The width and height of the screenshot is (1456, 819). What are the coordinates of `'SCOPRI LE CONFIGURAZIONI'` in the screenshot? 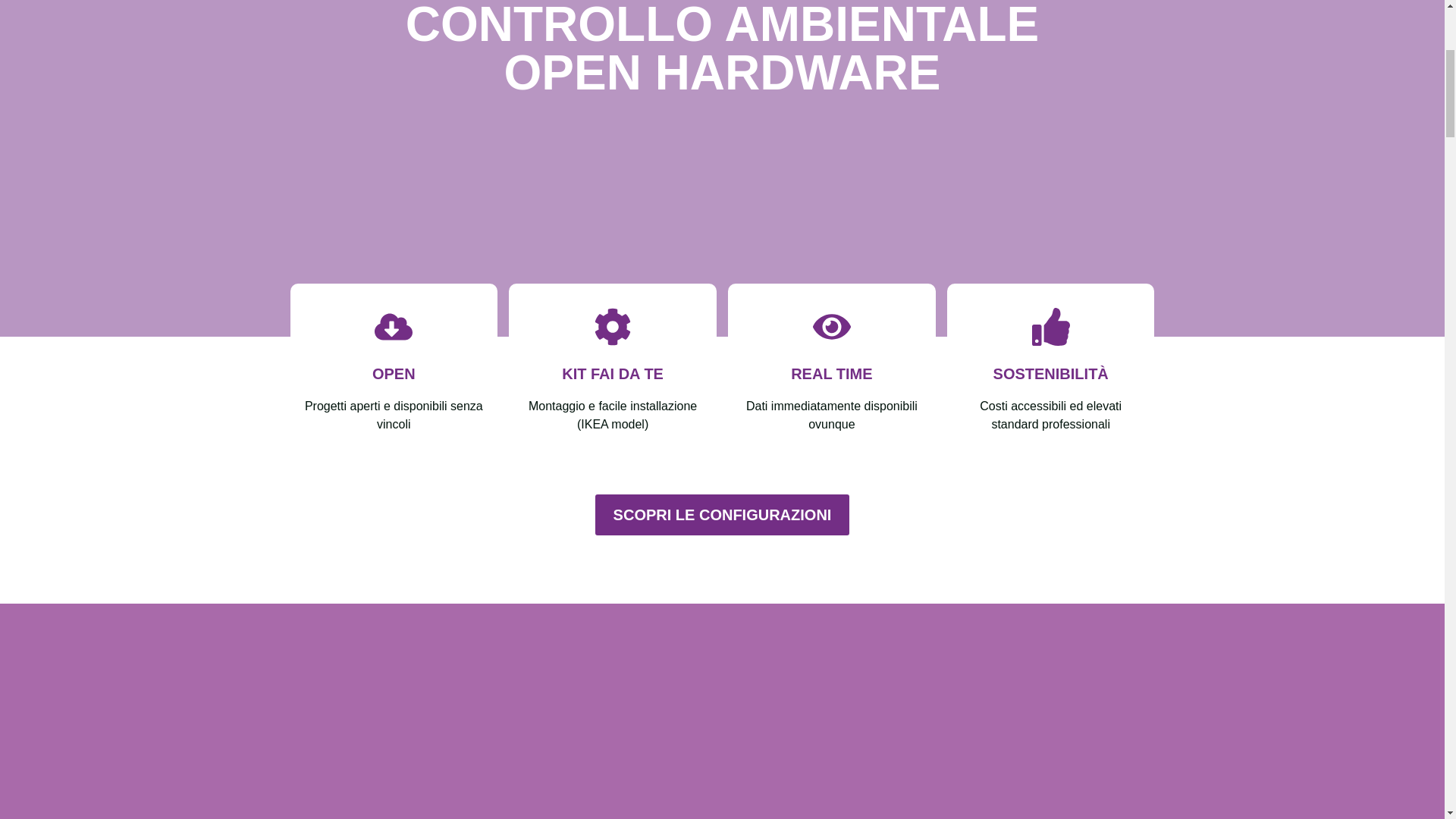 It's located at (722, 513).